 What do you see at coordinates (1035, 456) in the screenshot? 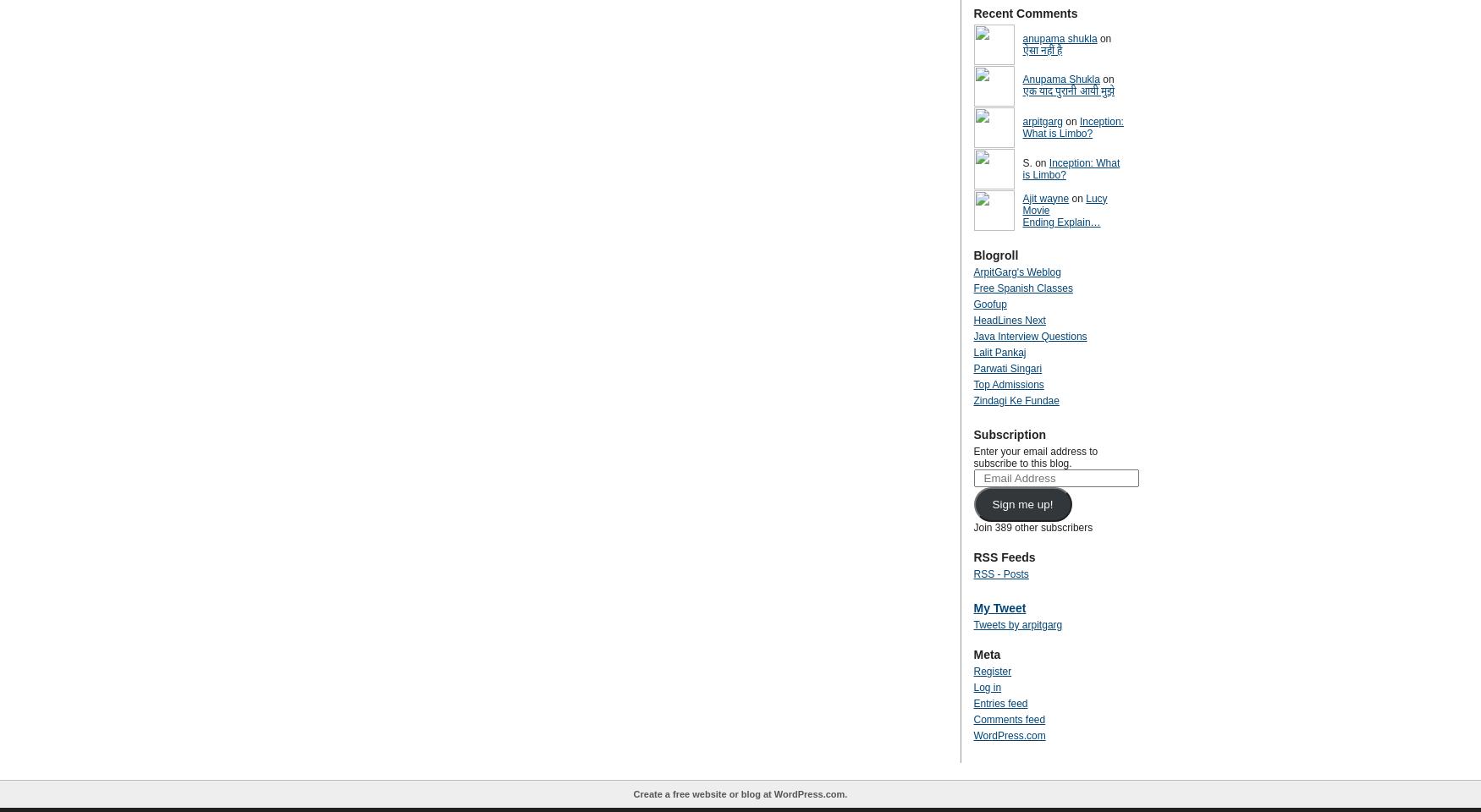
I see `'Enter your email address to subscribe to this blog.'` at bounding box center [1035, 456].